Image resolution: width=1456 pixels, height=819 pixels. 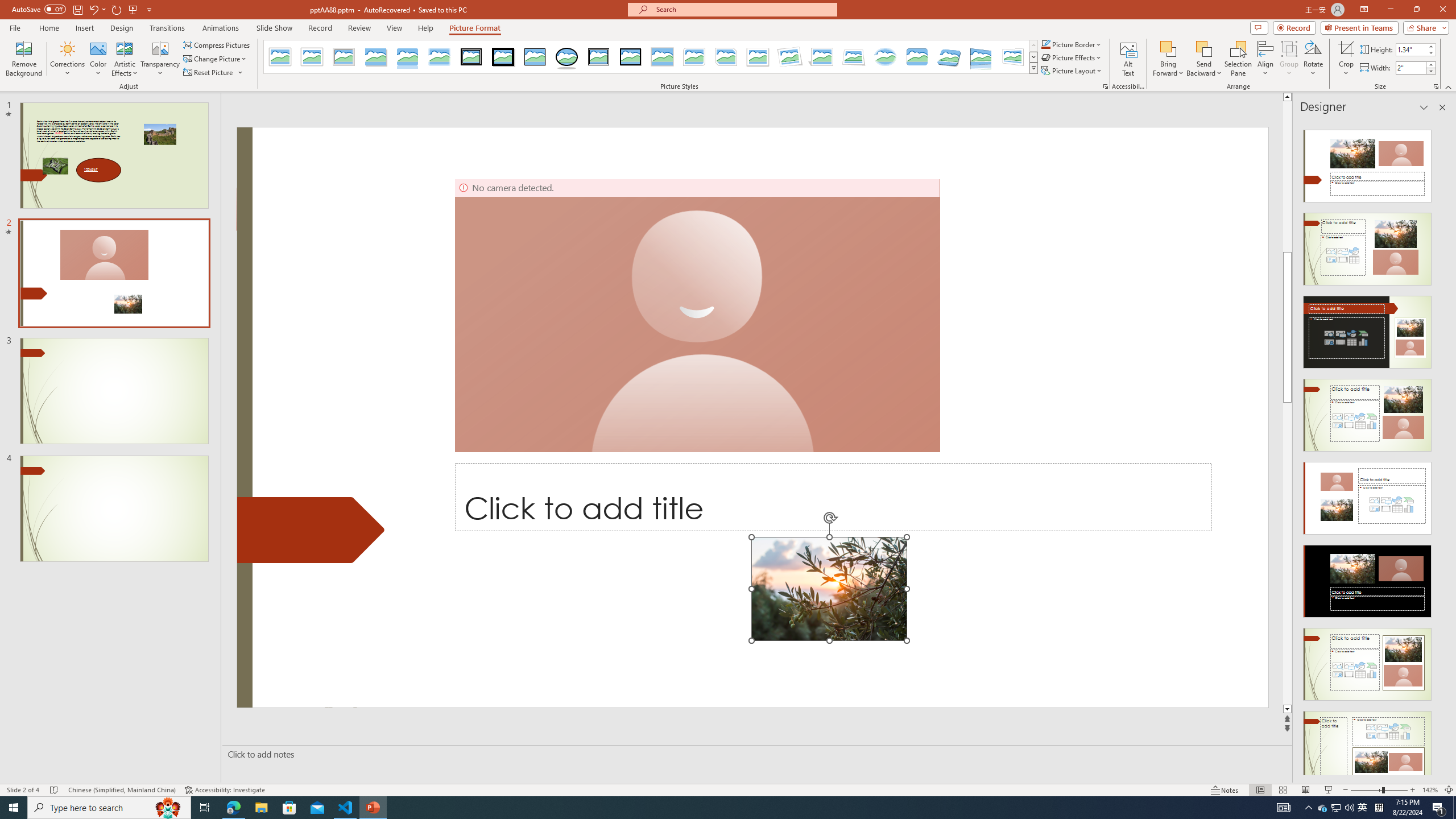 I want to click on 'Quick Styles', so click(x=1033, y=67).